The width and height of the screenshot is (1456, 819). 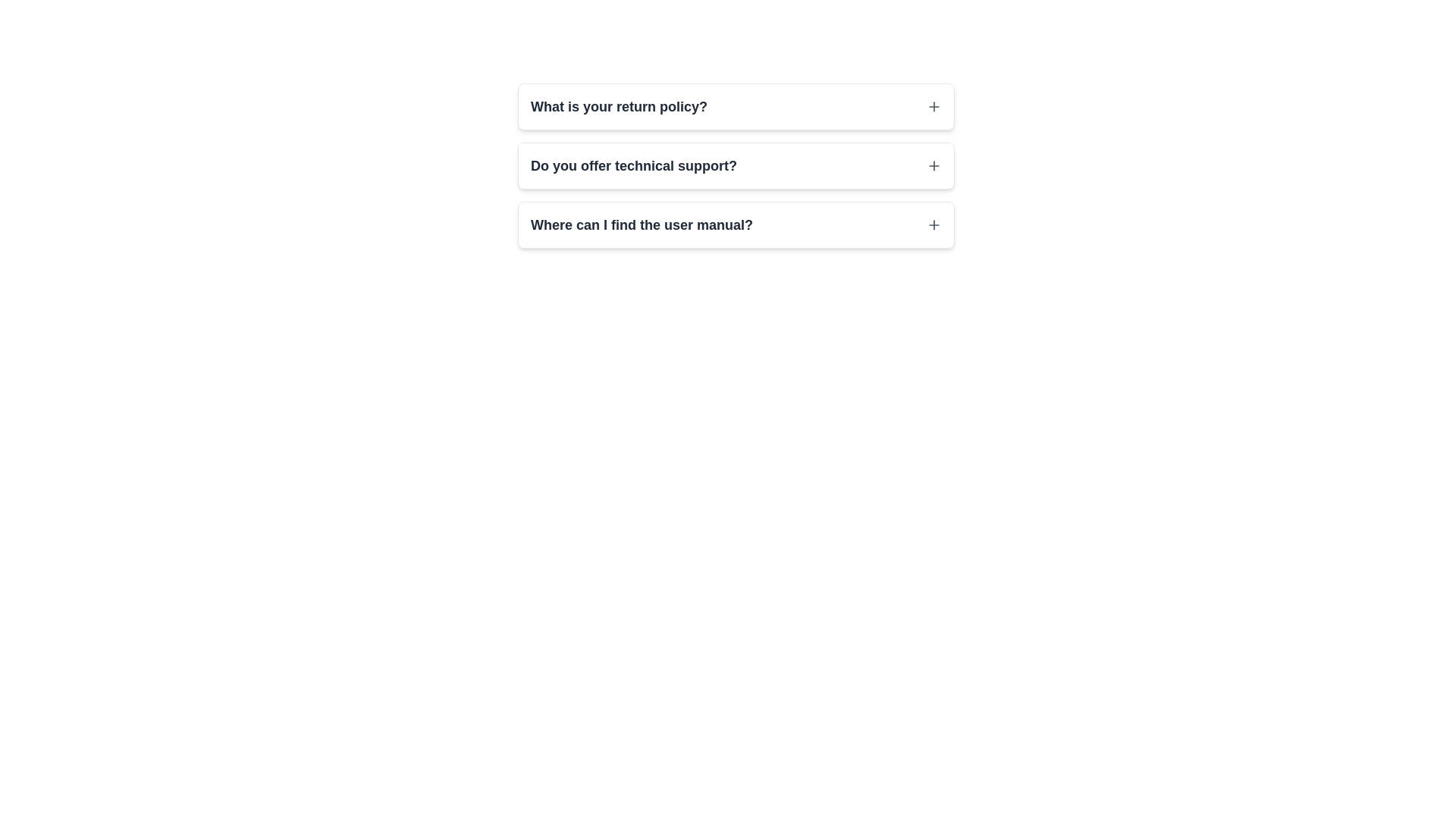 What do you see at coordinates (736, 166) in the screenshot?
I see `the second collapsible list item in the FAQ section` at bounding box center [736, 166].